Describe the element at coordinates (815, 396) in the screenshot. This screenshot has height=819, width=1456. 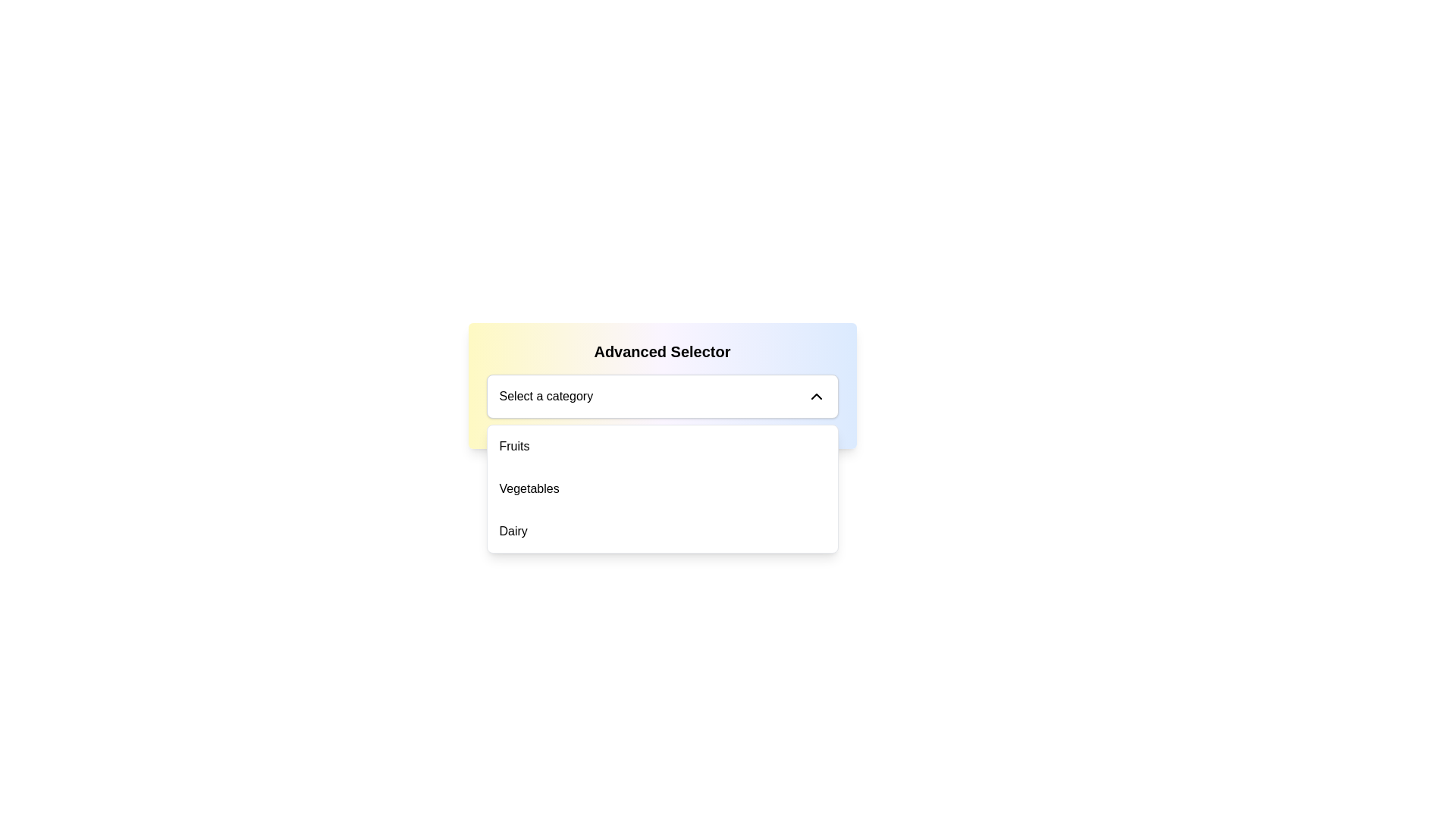
I see `the upward-pointing chevron arrow icon located to the far right inside the 'Select a category' dropdown menu` at that location.